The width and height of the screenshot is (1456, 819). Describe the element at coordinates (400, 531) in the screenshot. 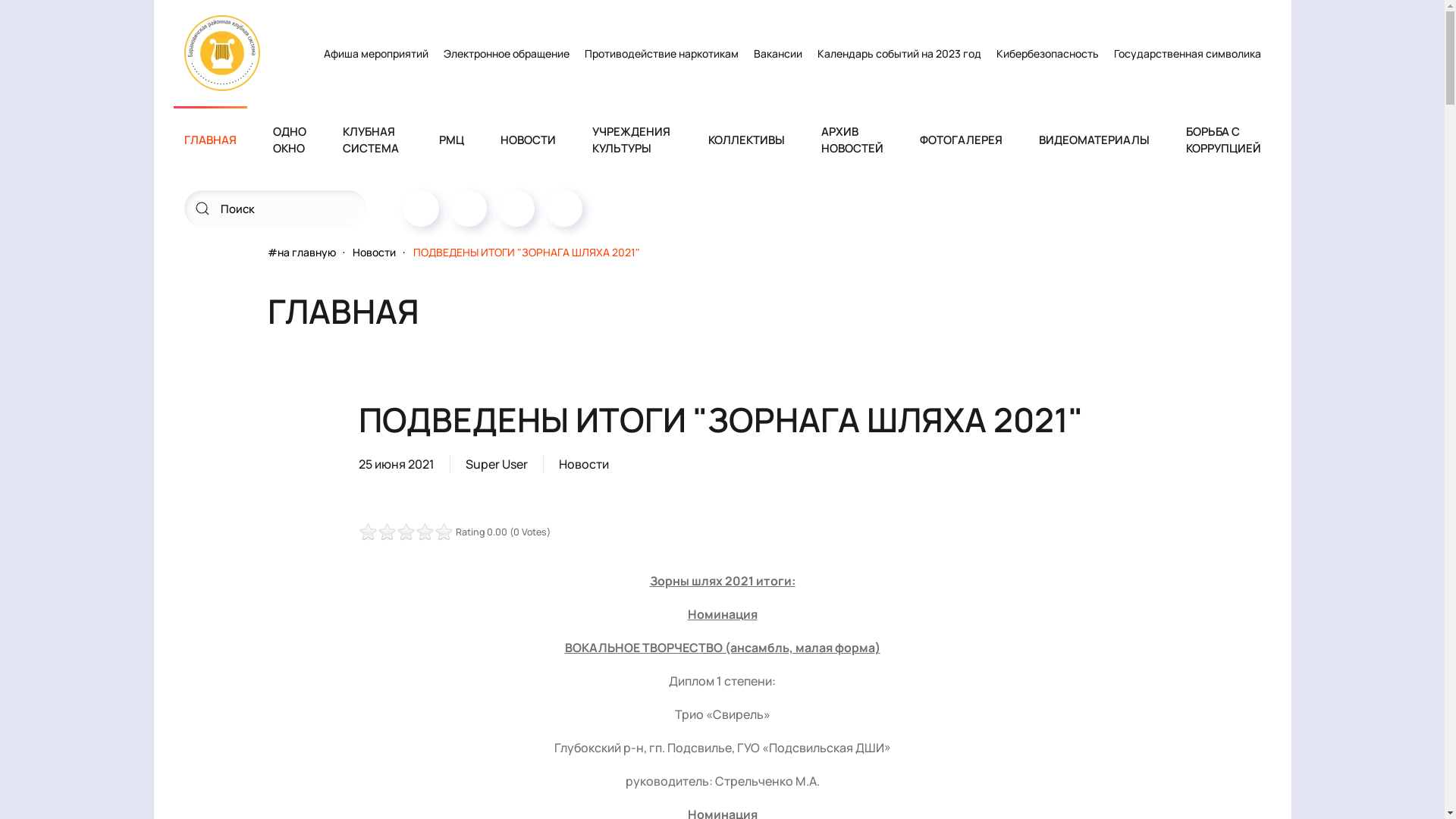

I see `'1'` at that location.